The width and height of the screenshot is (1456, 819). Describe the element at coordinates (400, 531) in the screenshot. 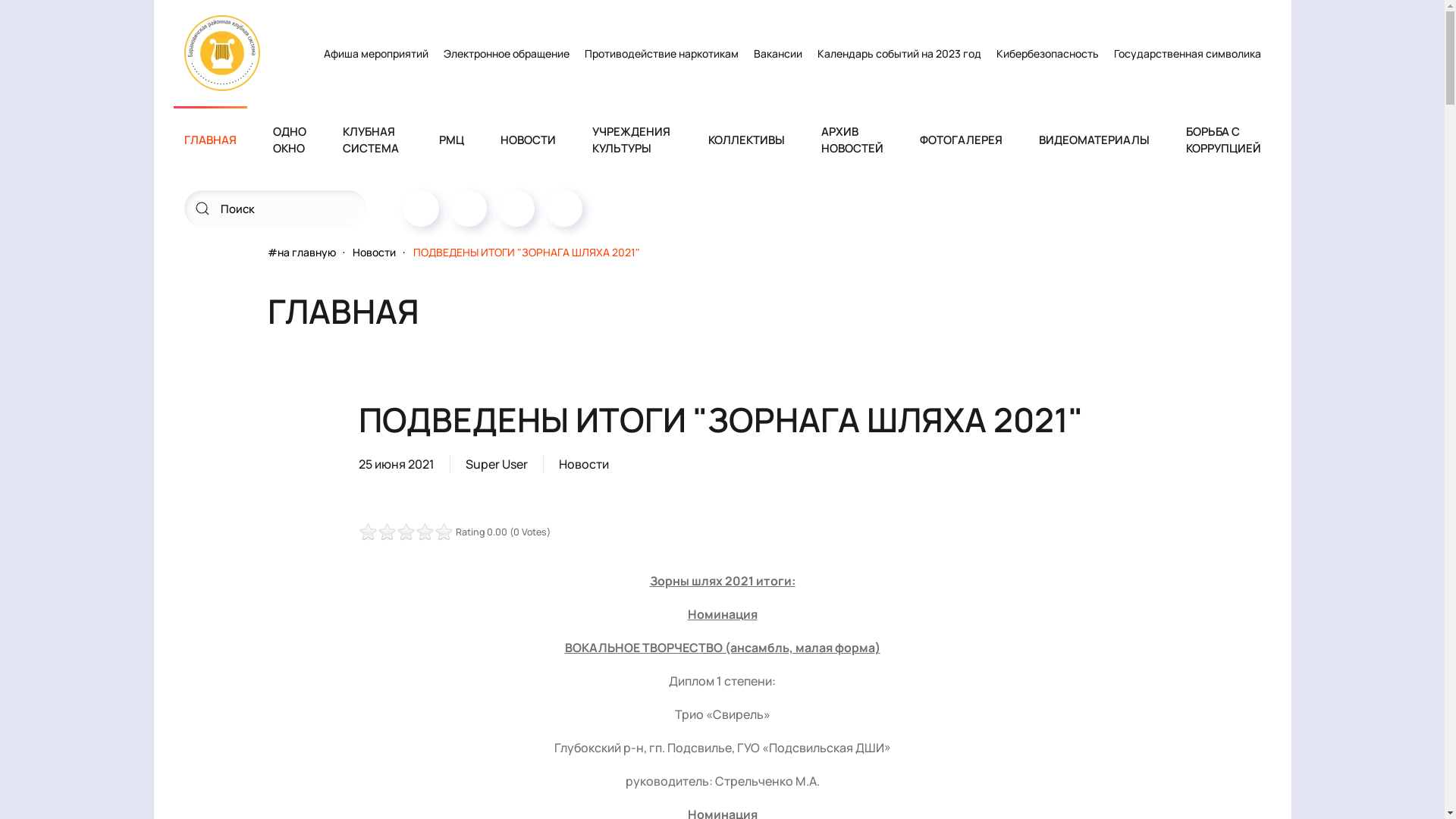

I see `'1'` at that location.